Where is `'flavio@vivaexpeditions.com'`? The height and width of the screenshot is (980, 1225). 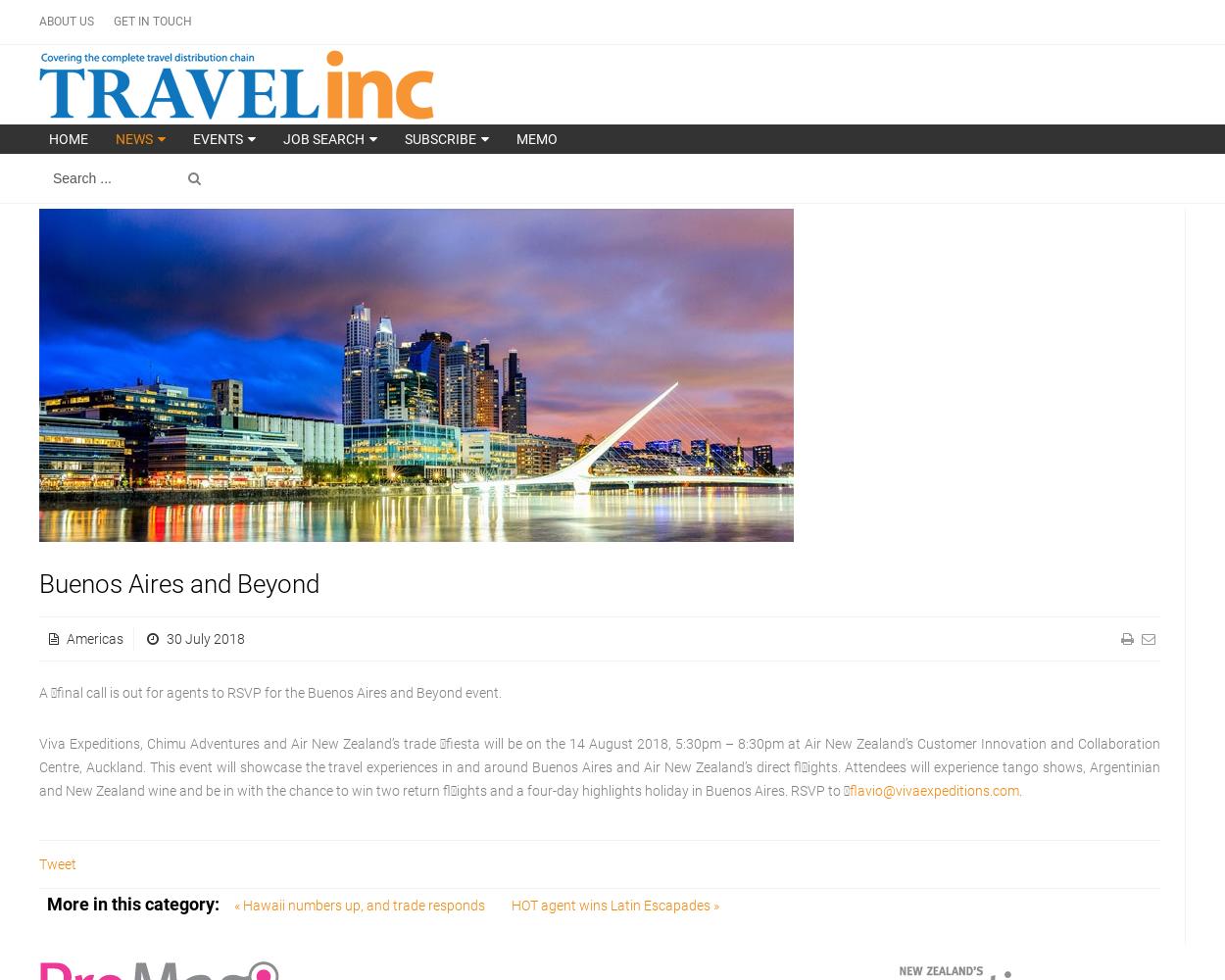
'flavio@vivaexpeditions.com' is located at coordinates (849, 791).